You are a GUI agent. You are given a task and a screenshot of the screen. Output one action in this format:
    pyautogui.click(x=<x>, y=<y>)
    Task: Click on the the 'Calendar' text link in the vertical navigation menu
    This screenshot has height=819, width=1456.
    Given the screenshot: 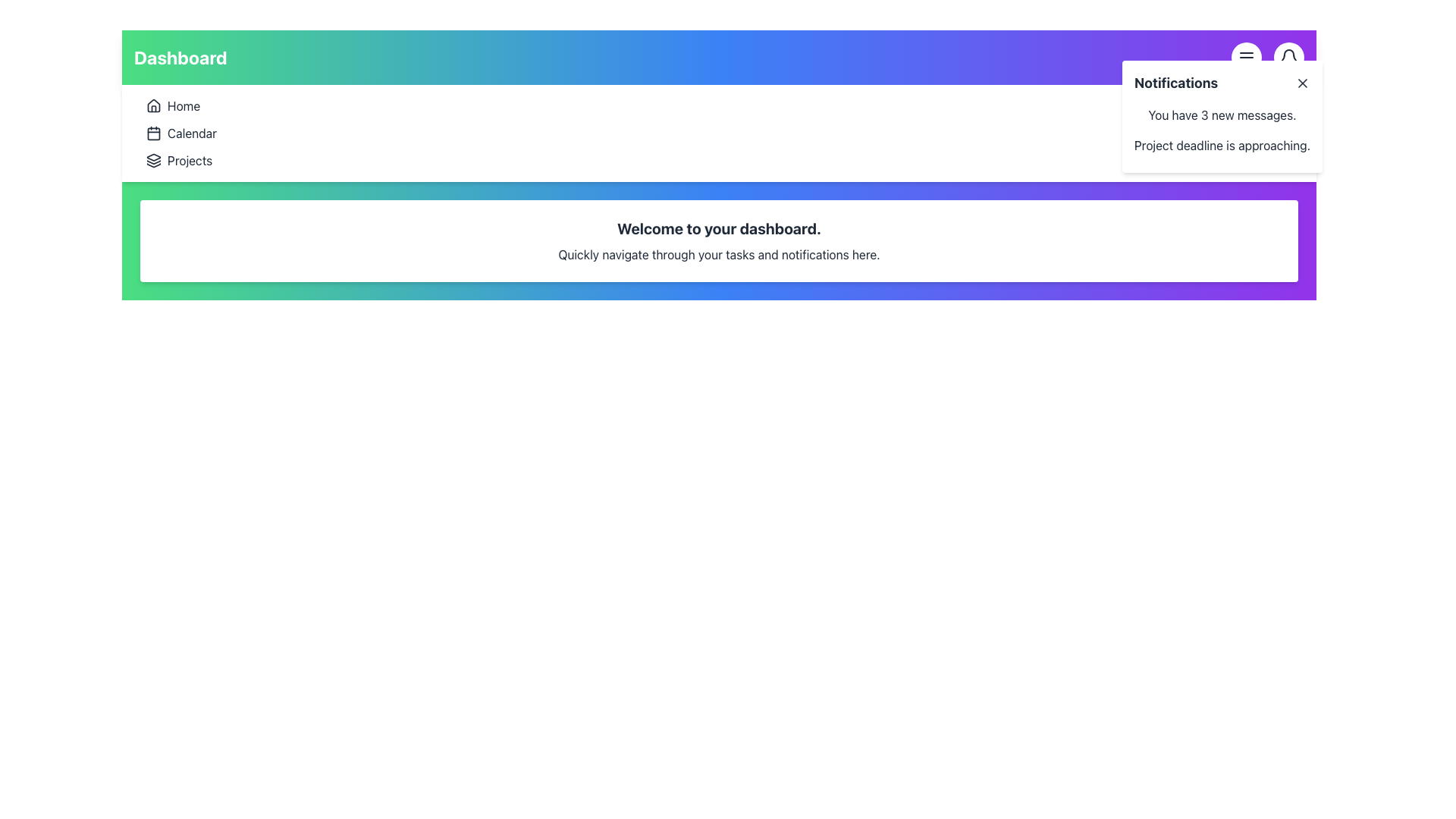 What is the action you would take?
    pyautogui.click(x=191, y=133)
    